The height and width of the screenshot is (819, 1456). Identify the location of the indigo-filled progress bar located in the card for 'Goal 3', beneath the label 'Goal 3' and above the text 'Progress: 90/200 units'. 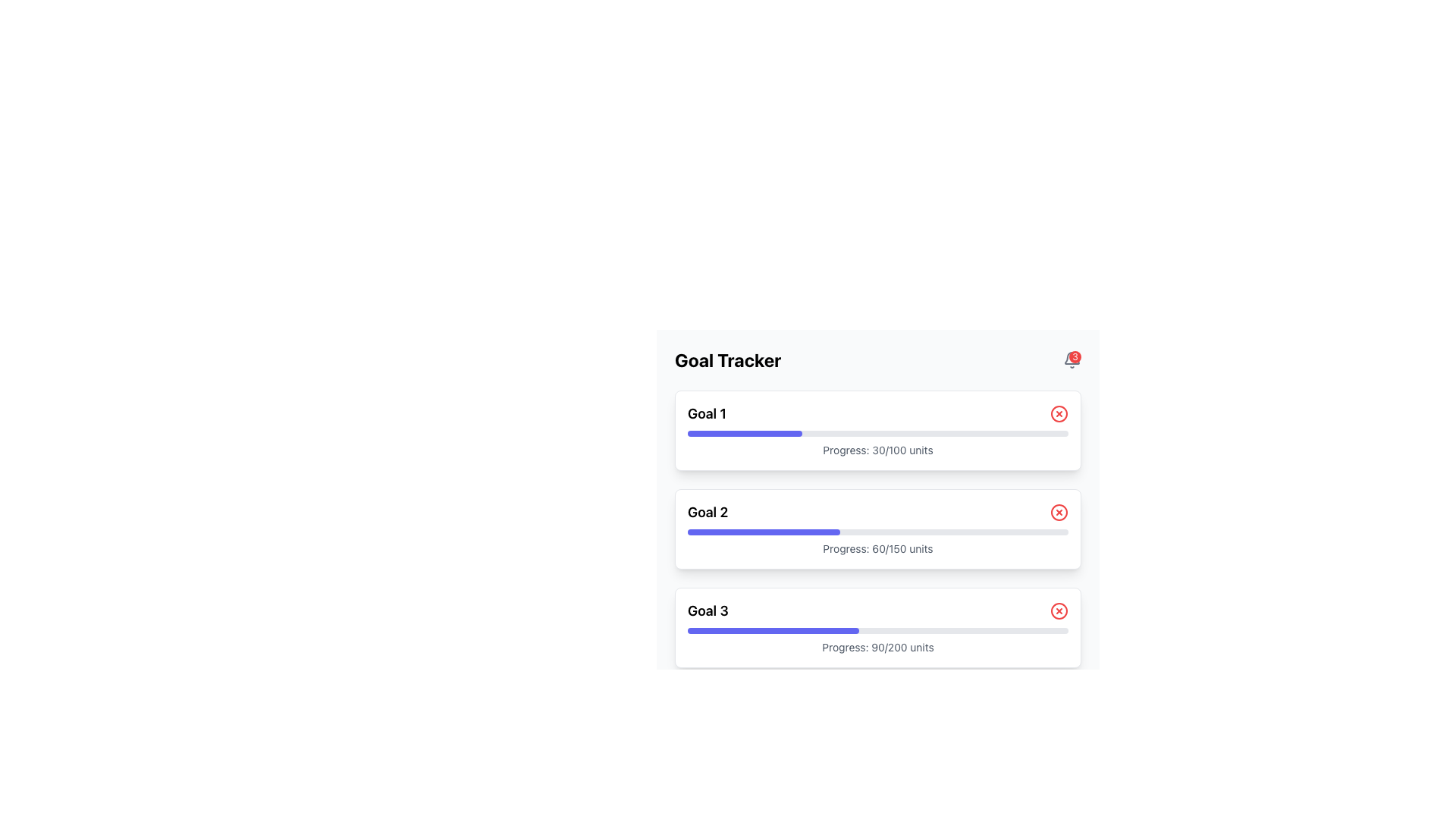
(877, 631).